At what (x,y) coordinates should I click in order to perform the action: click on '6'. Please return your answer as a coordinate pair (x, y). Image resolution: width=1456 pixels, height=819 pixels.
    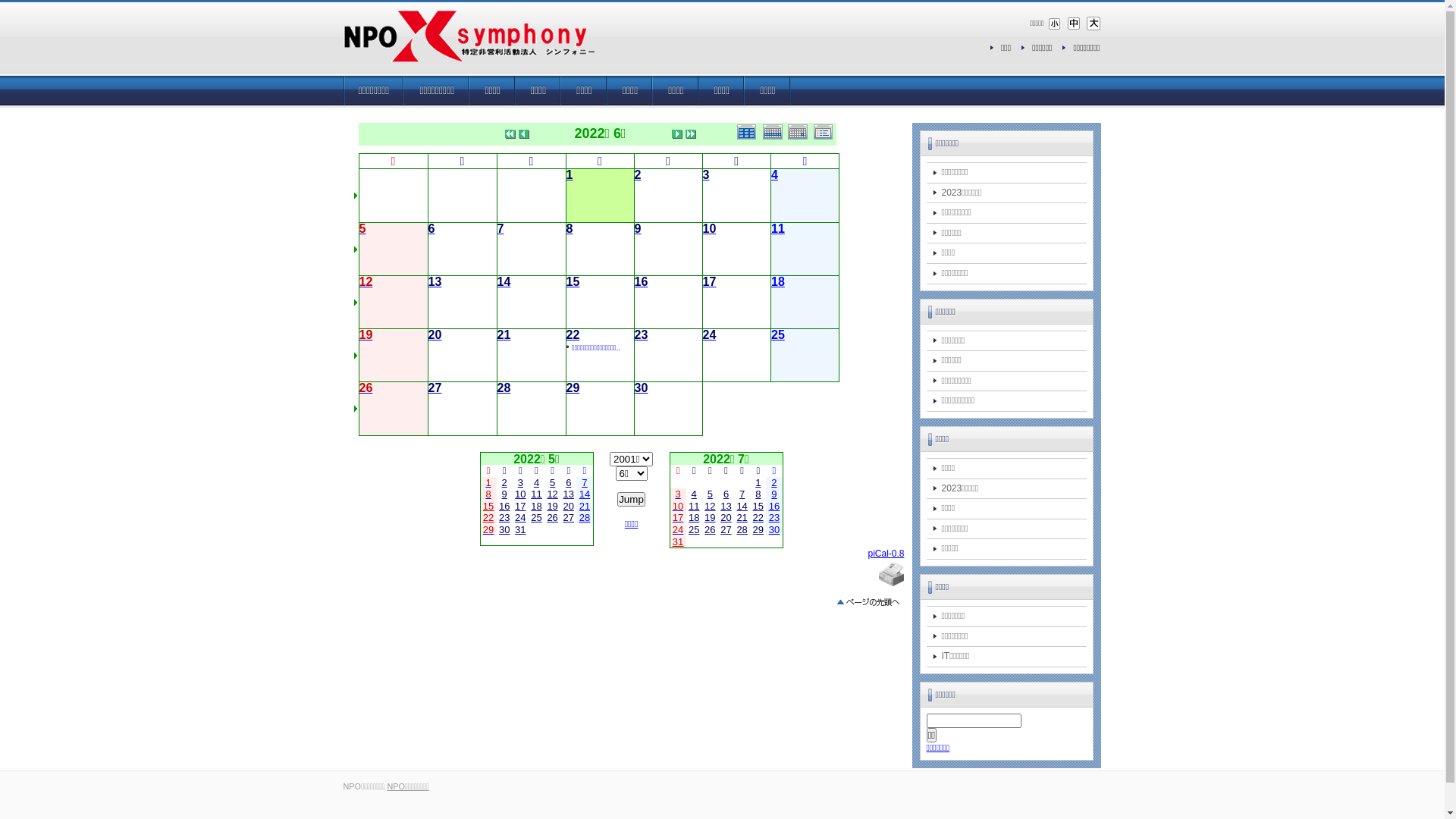
    Looking at the image, I should click on (430, 230).